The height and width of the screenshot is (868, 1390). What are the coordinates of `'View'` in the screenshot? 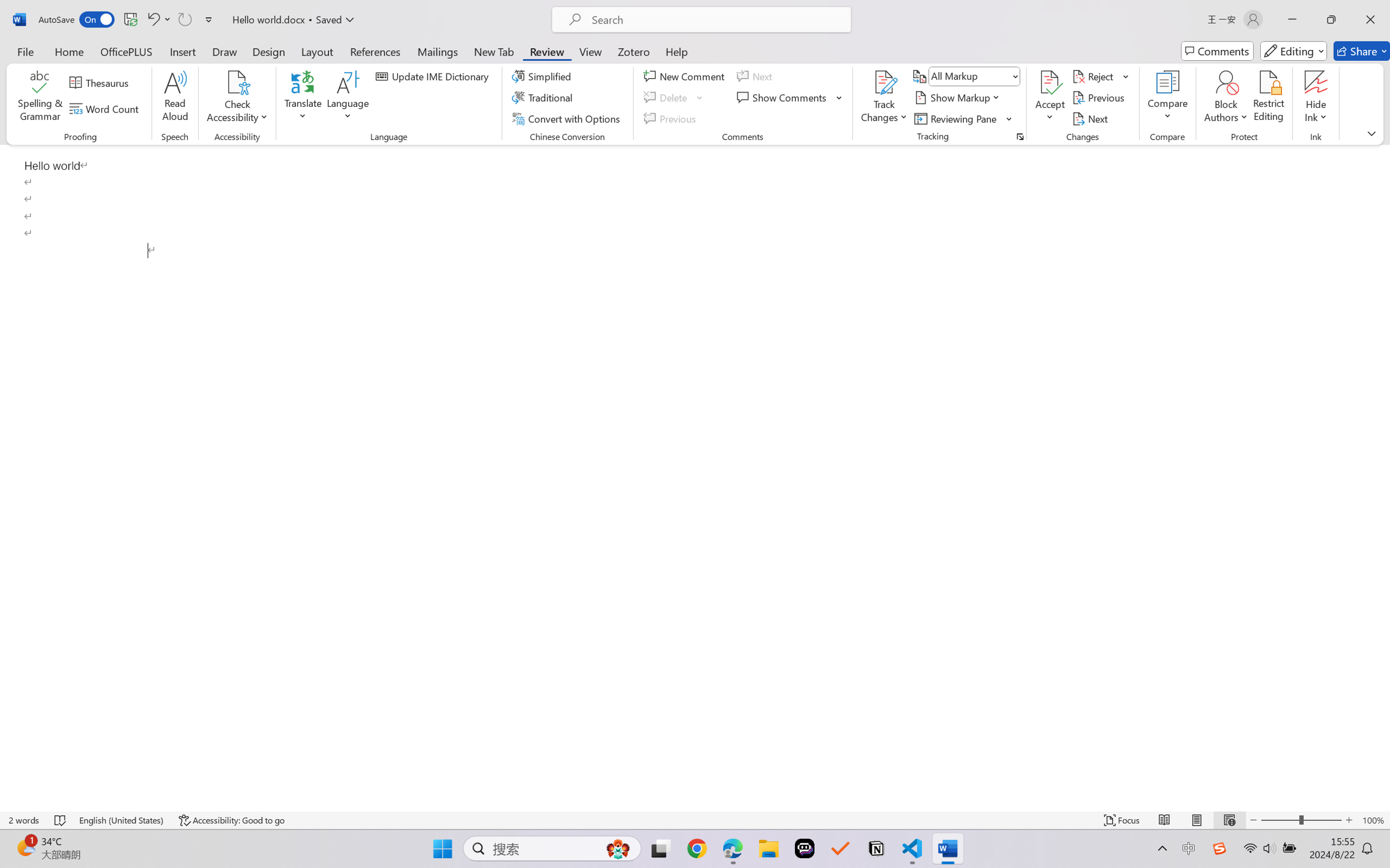 It's located at (590, 51).